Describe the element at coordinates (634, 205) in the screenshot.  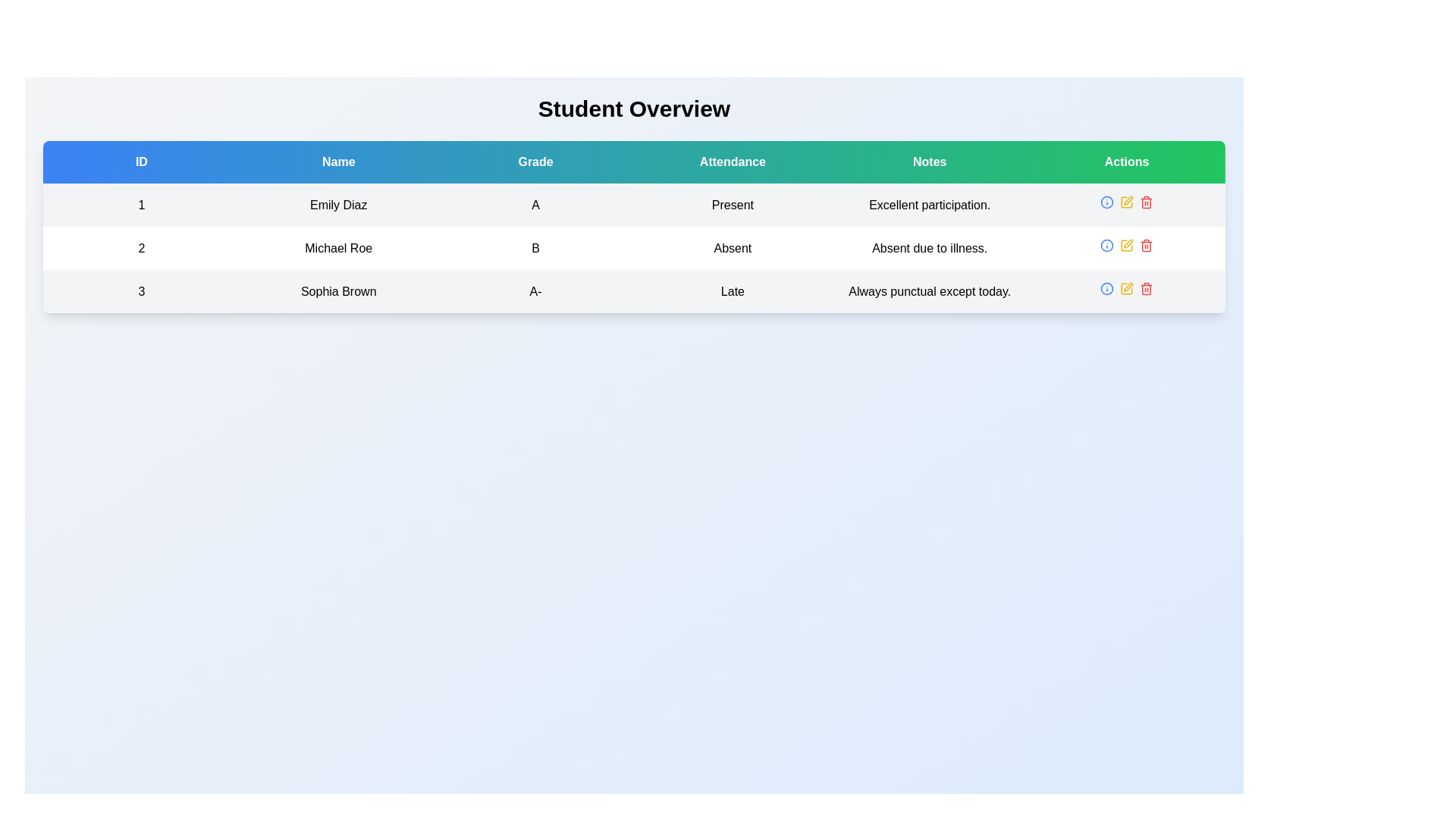
I see `the first table row displaying information about student 'Emily Diaz', which includes her identifier, name, grade, attendance status, and notes` at that location.